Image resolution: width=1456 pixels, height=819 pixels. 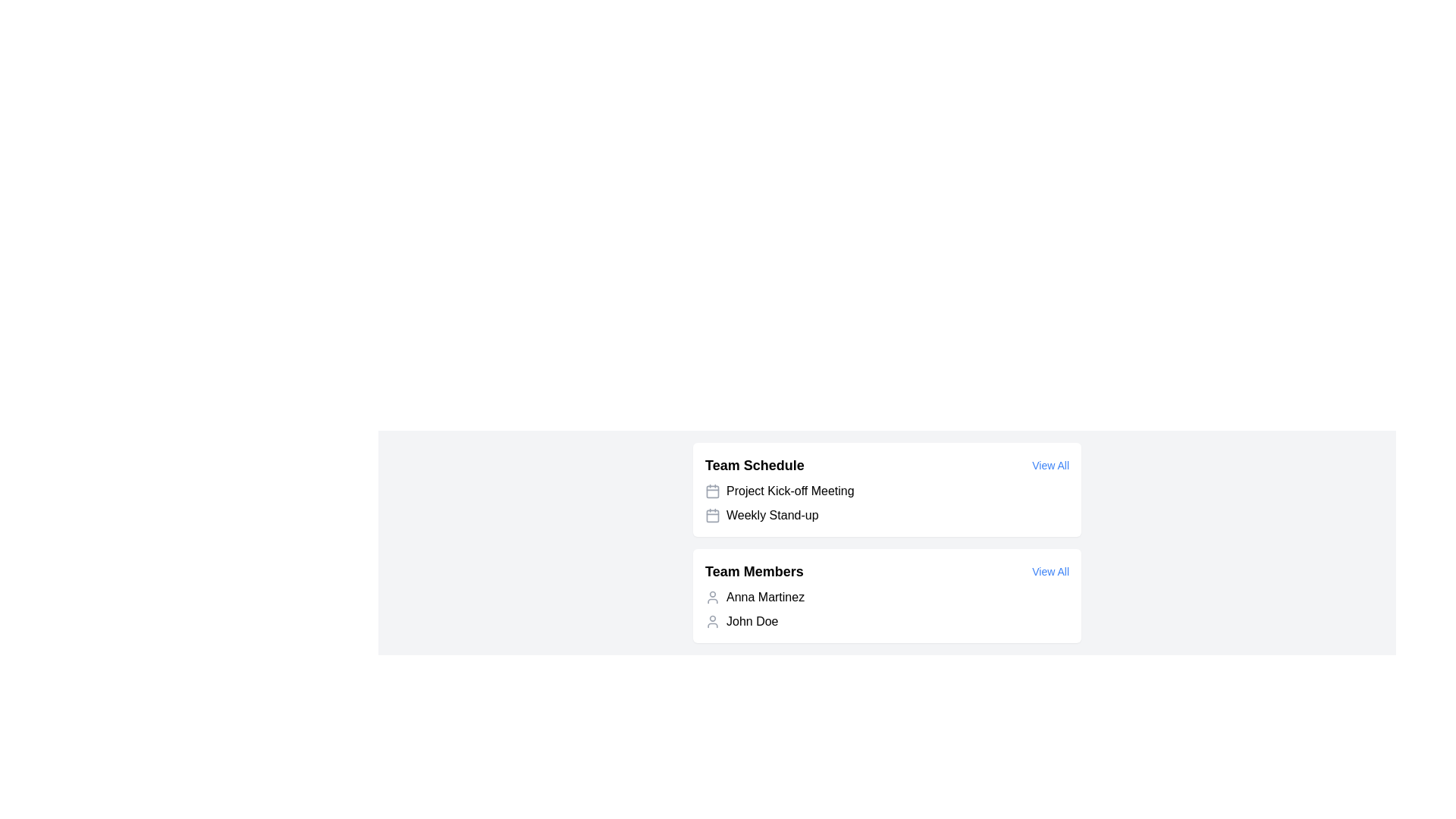 What do you see at coordinates (755, 464) in the screenshot?
I see `the non-interactive Text Label that signifies the content related to the team schedule, positioned on the left side above the list of scheduled activities` at bounding box center [755, 464].